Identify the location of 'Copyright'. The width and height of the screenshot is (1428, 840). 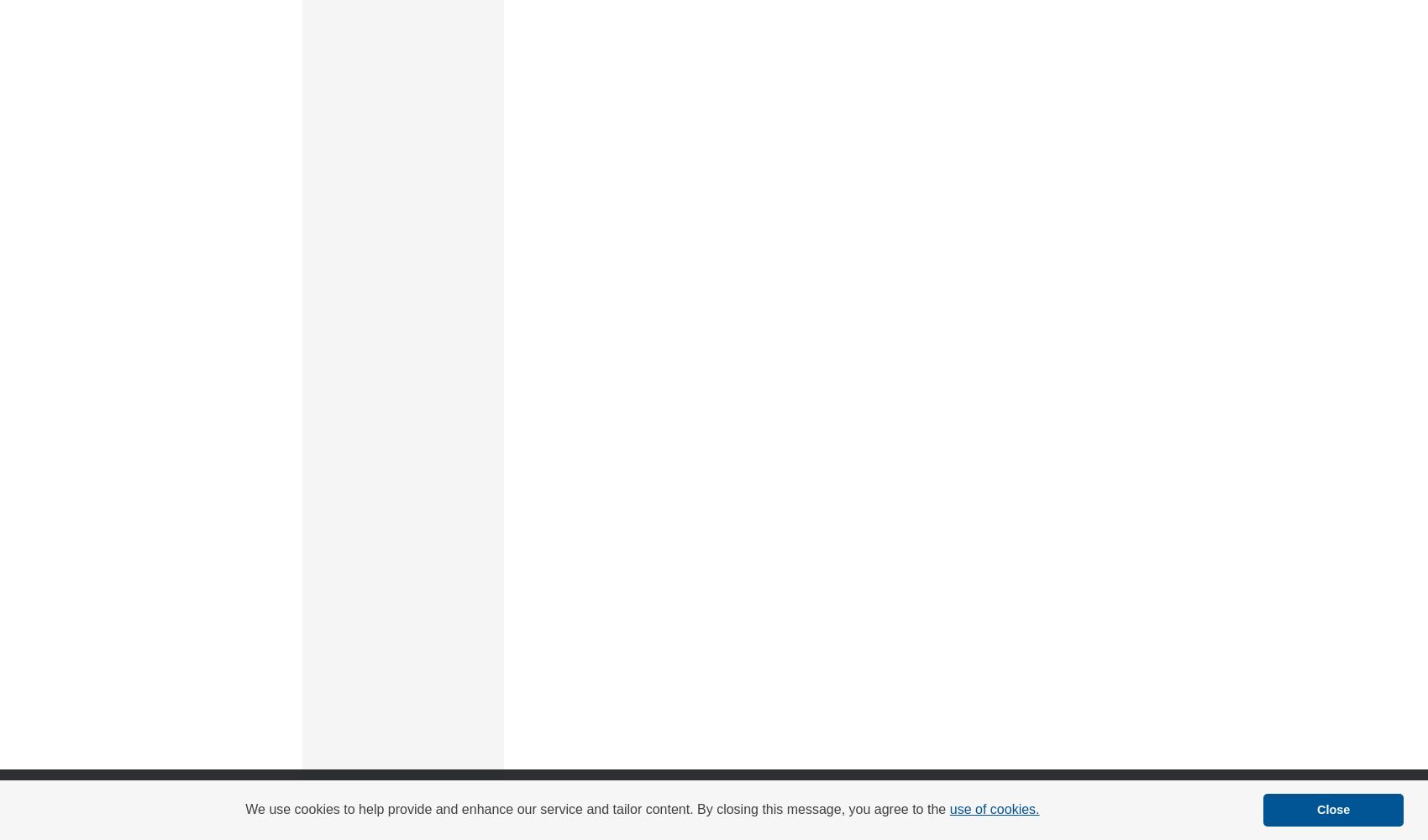
(591, 815).